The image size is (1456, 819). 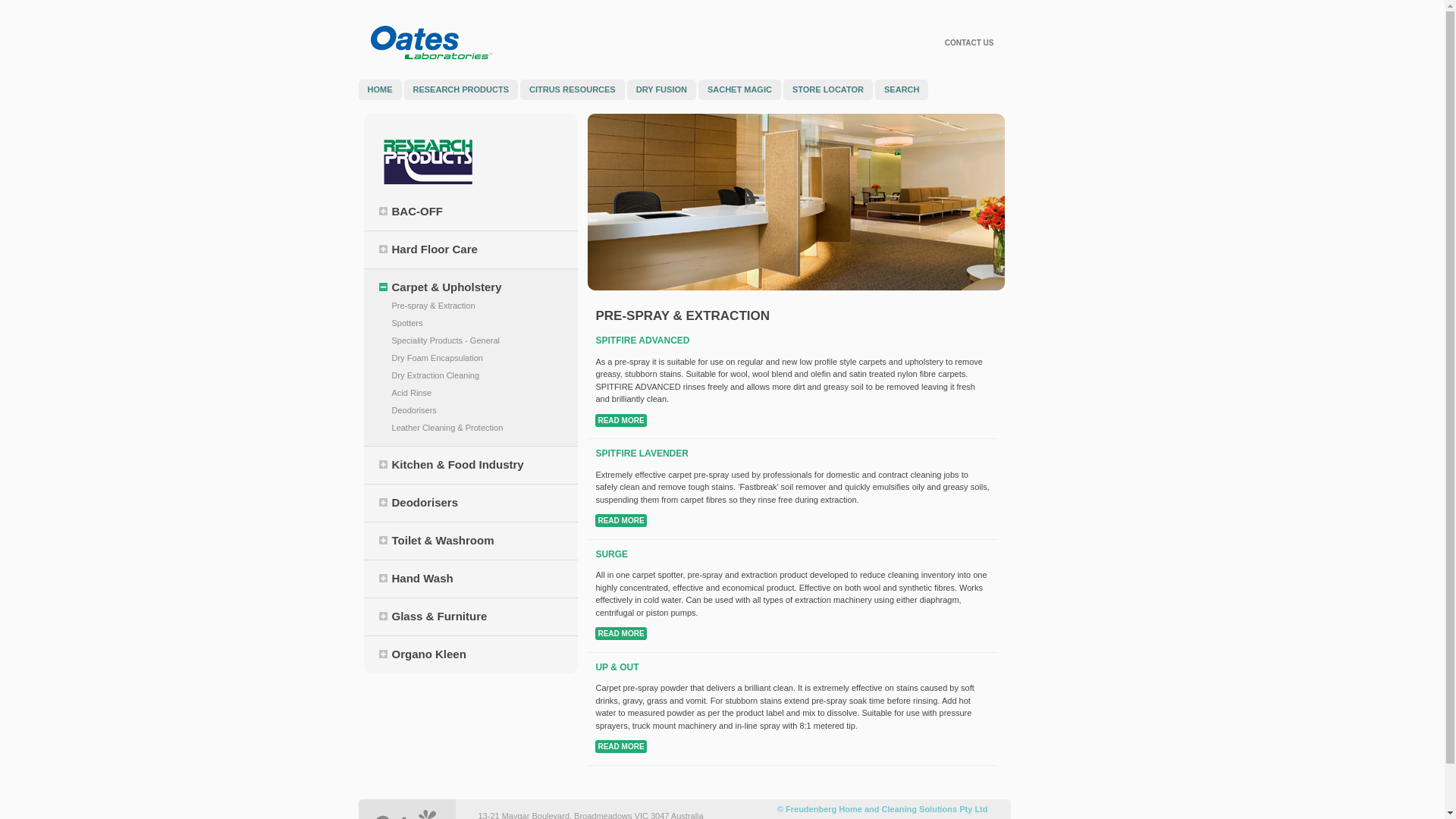 What do you see at coordinates (378, 539) in the screenshot?
I see `'Toilet & Washroom'` at bounding box center [378, 539].